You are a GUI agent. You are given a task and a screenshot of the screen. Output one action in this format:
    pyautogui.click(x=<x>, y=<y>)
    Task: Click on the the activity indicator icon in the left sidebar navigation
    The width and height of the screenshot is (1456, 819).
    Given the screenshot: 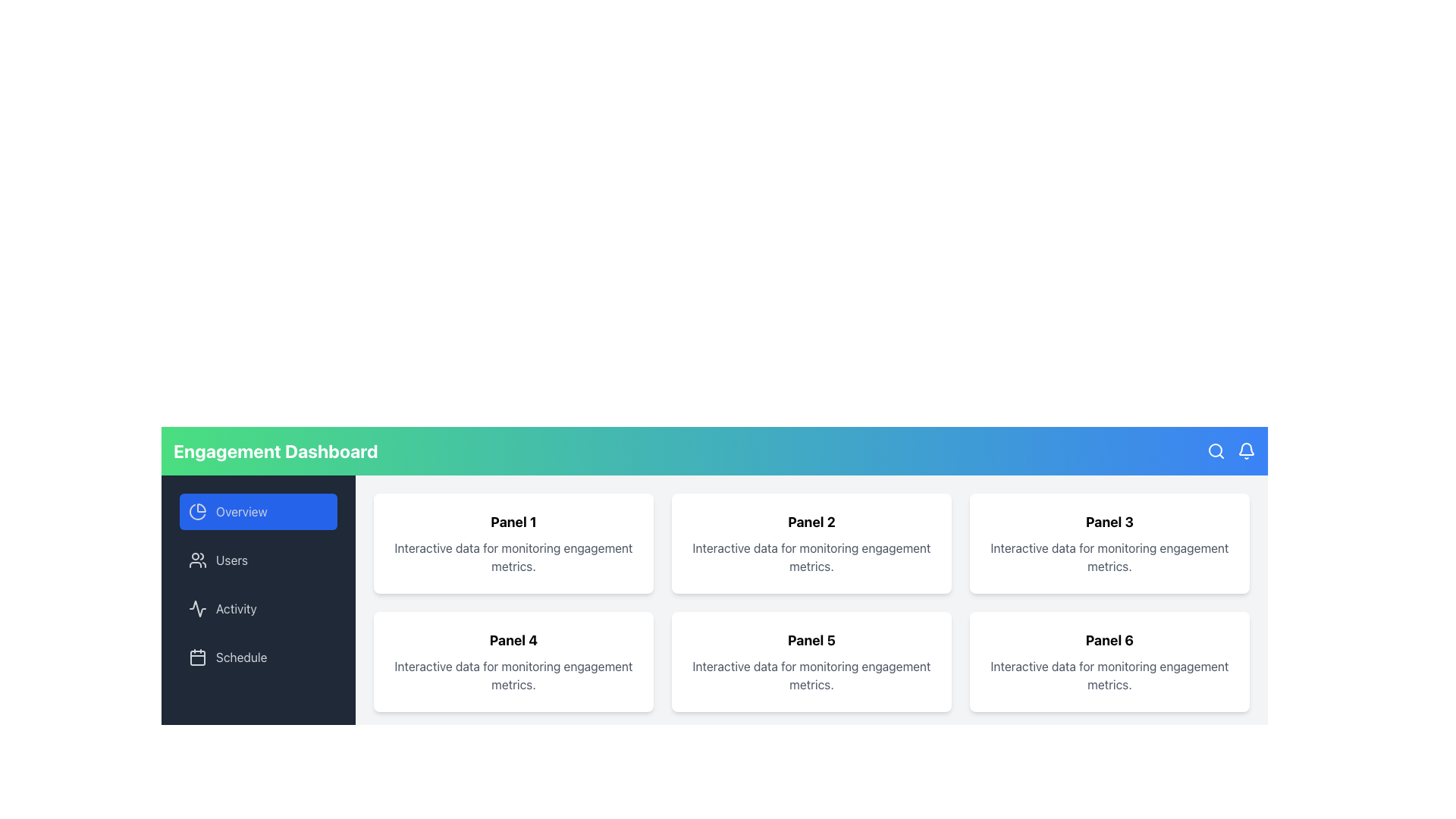 What is the action you would take?
    pyautogui.click(x=196, y=607)
    